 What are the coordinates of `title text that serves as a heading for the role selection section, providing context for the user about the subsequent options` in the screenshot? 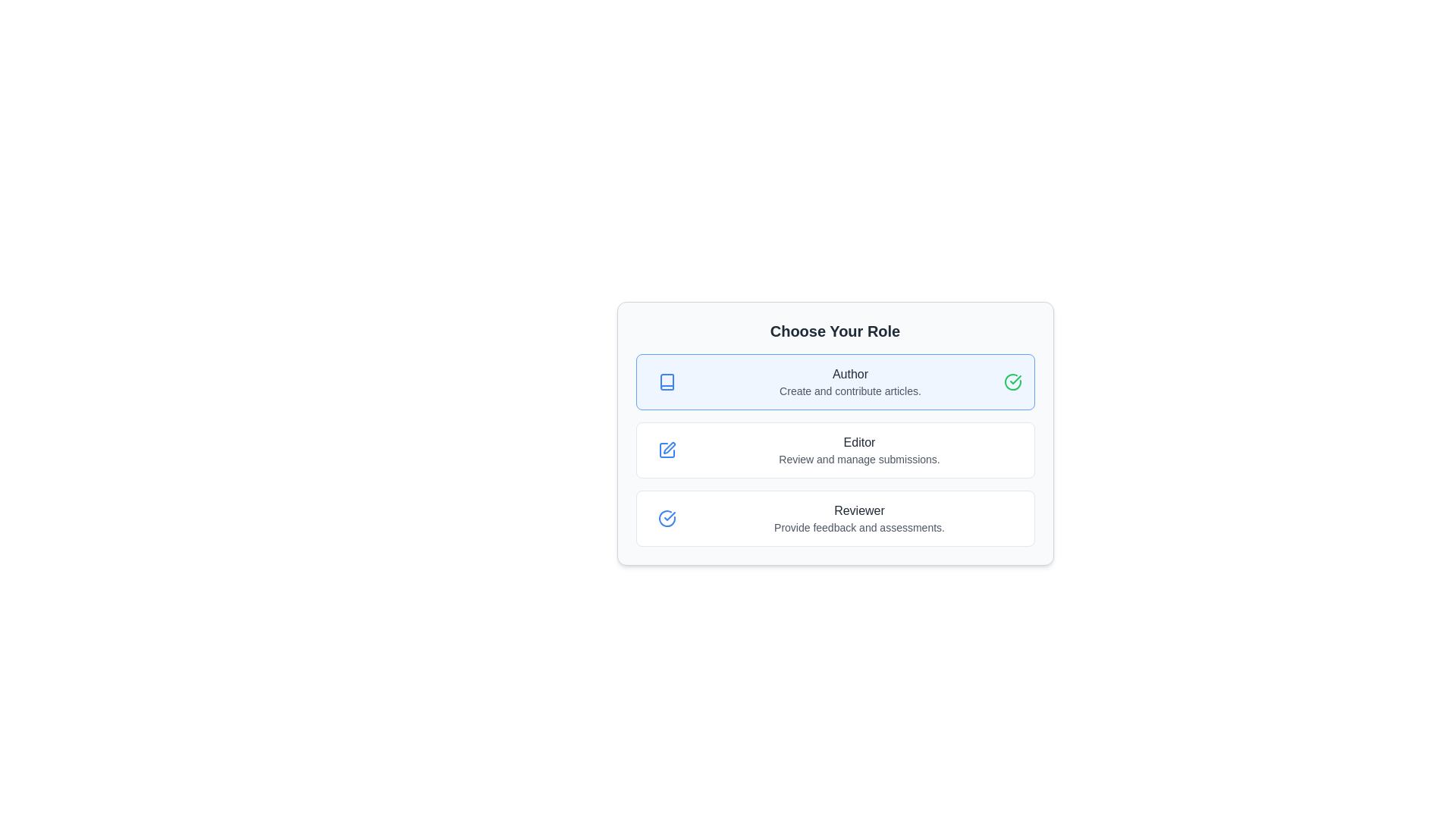 It's located at (834, 330).